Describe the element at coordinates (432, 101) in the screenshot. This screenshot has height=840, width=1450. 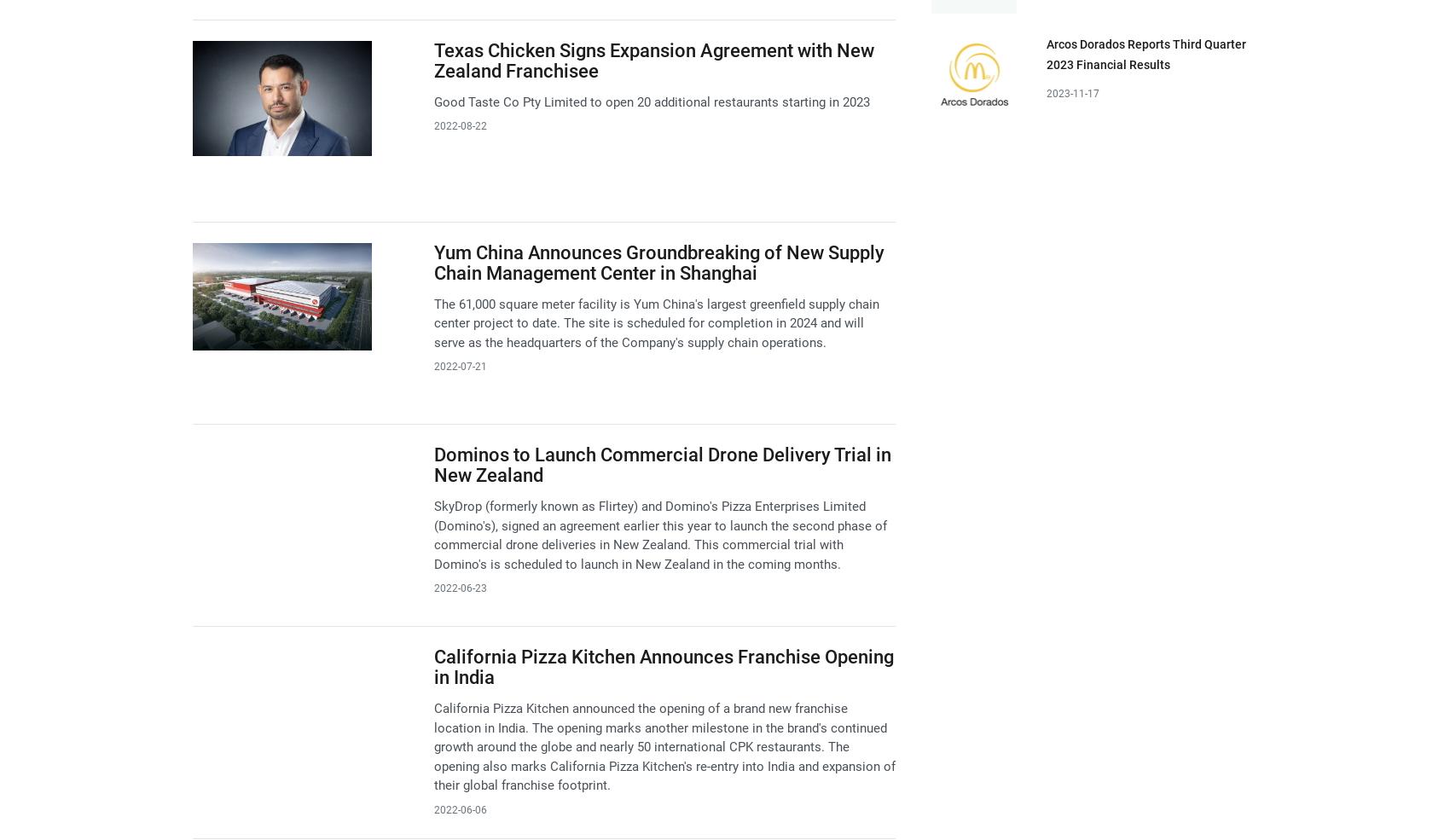
I see `'Good Taste Co Pty Limited to open 20 additional restaurants starting in 2023'` at that location.